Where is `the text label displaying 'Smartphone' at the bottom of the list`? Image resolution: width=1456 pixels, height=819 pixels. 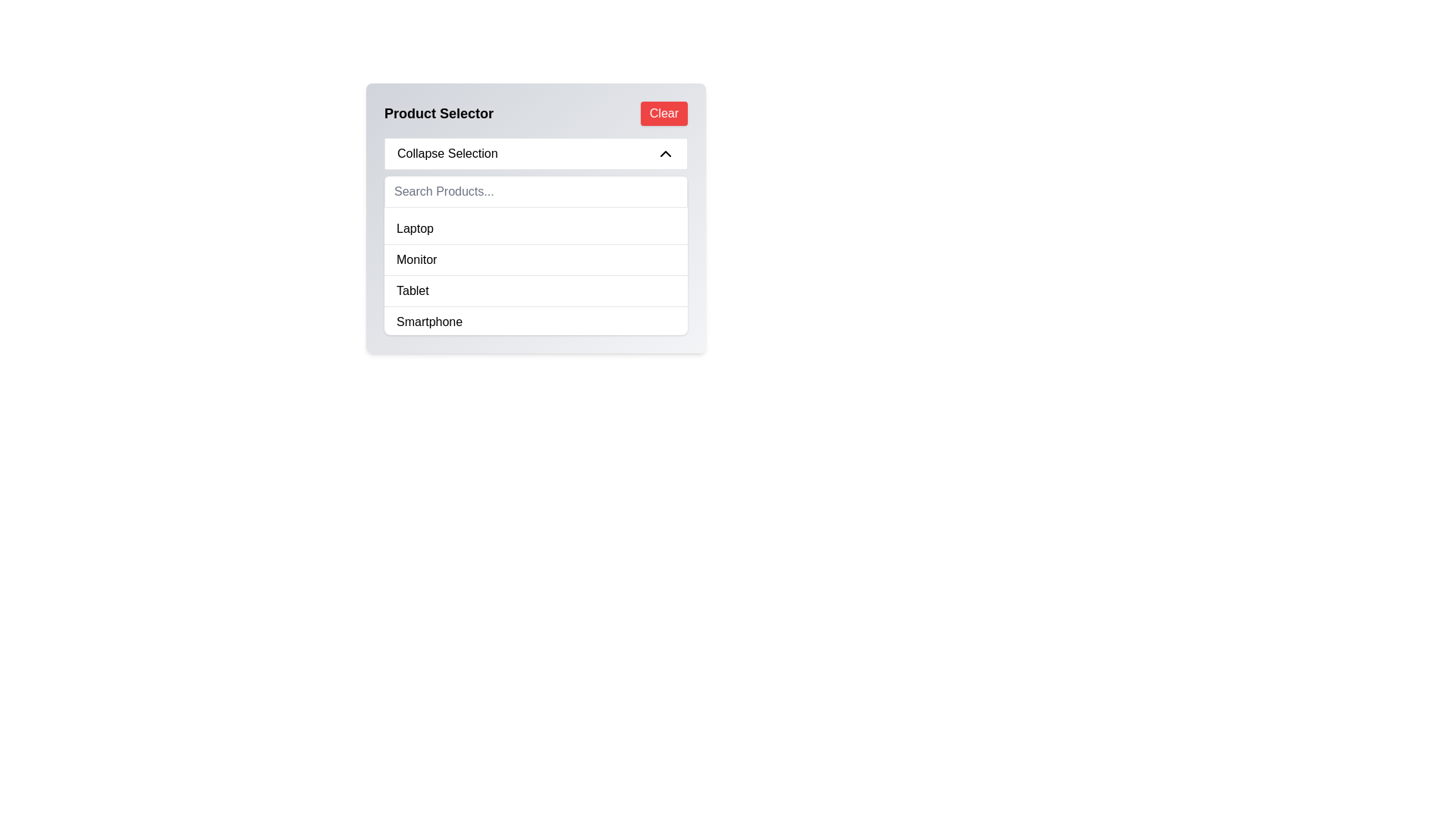 the text label displaying 'Smartphone' at the bottom of the list is located at coordinates (428, 321).